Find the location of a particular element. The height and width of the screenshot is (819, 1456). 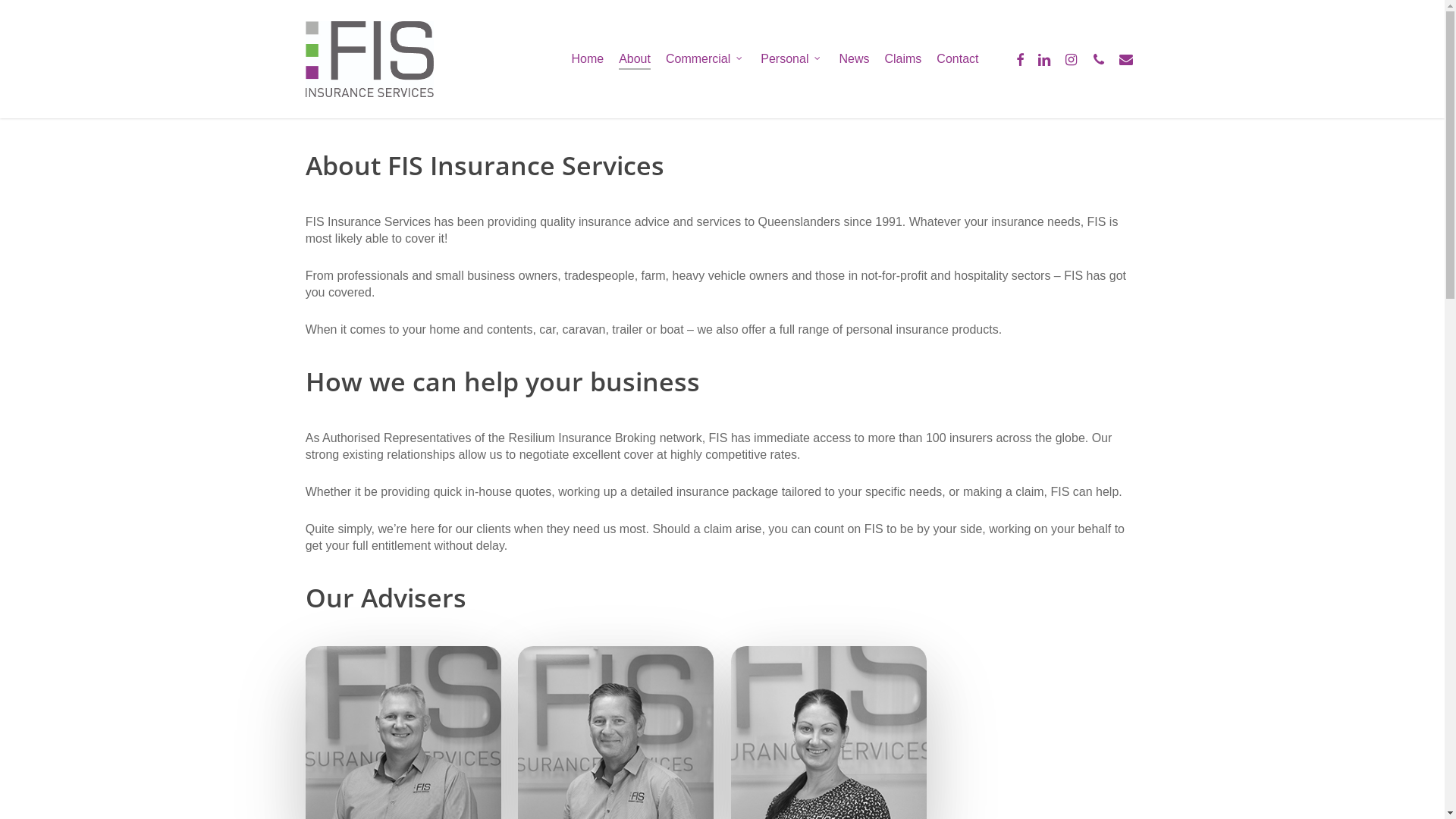

'News' is located at coordinates (854, 58).